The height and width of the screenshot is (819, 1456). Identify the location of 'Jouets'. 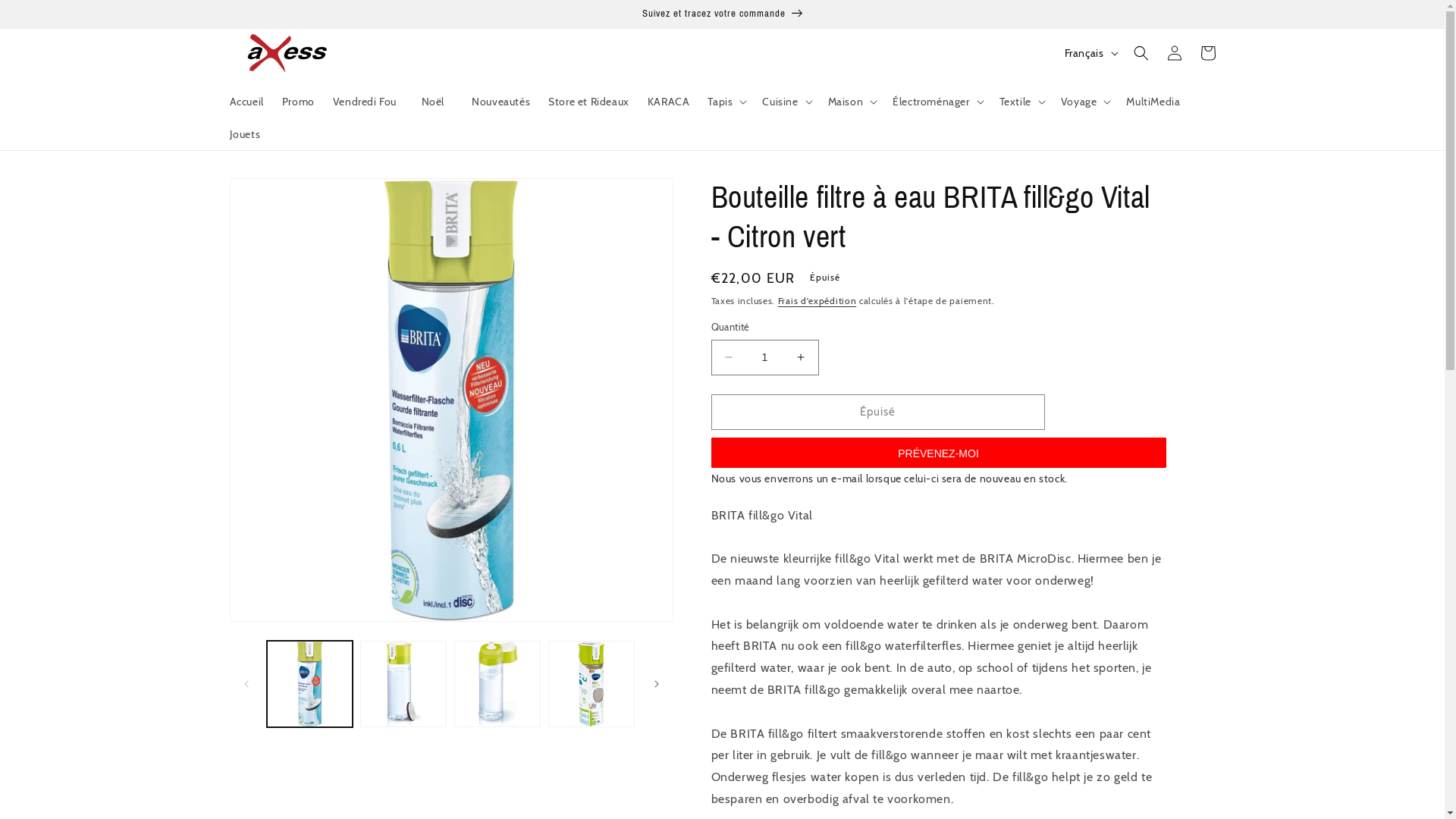
(244, 133).